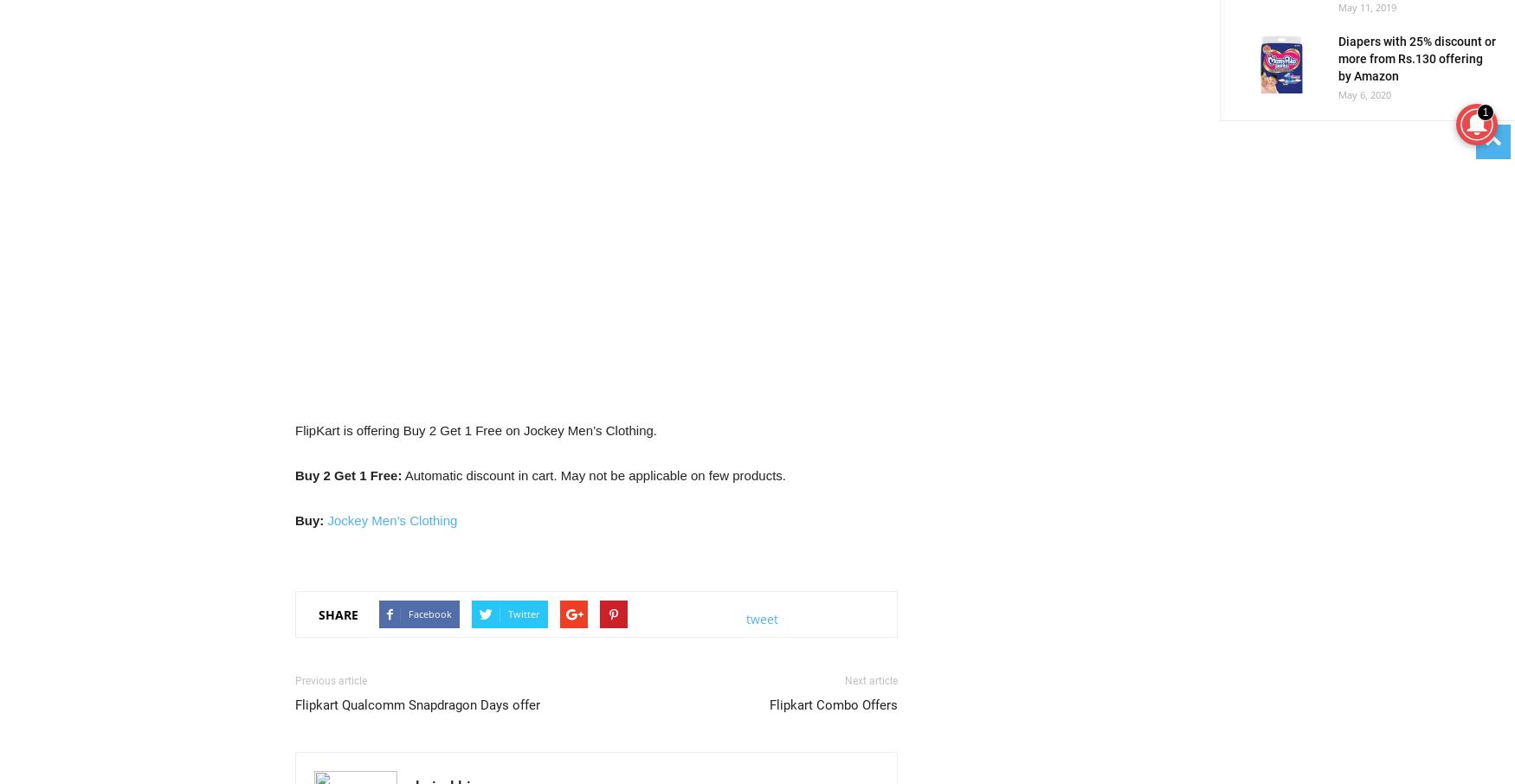 The width and height of the screenshot is (1515, 784). What do you see at coordinates (309, 520) in the screenshot?
I see `'Buy:'` at bounding box center [309, 520].